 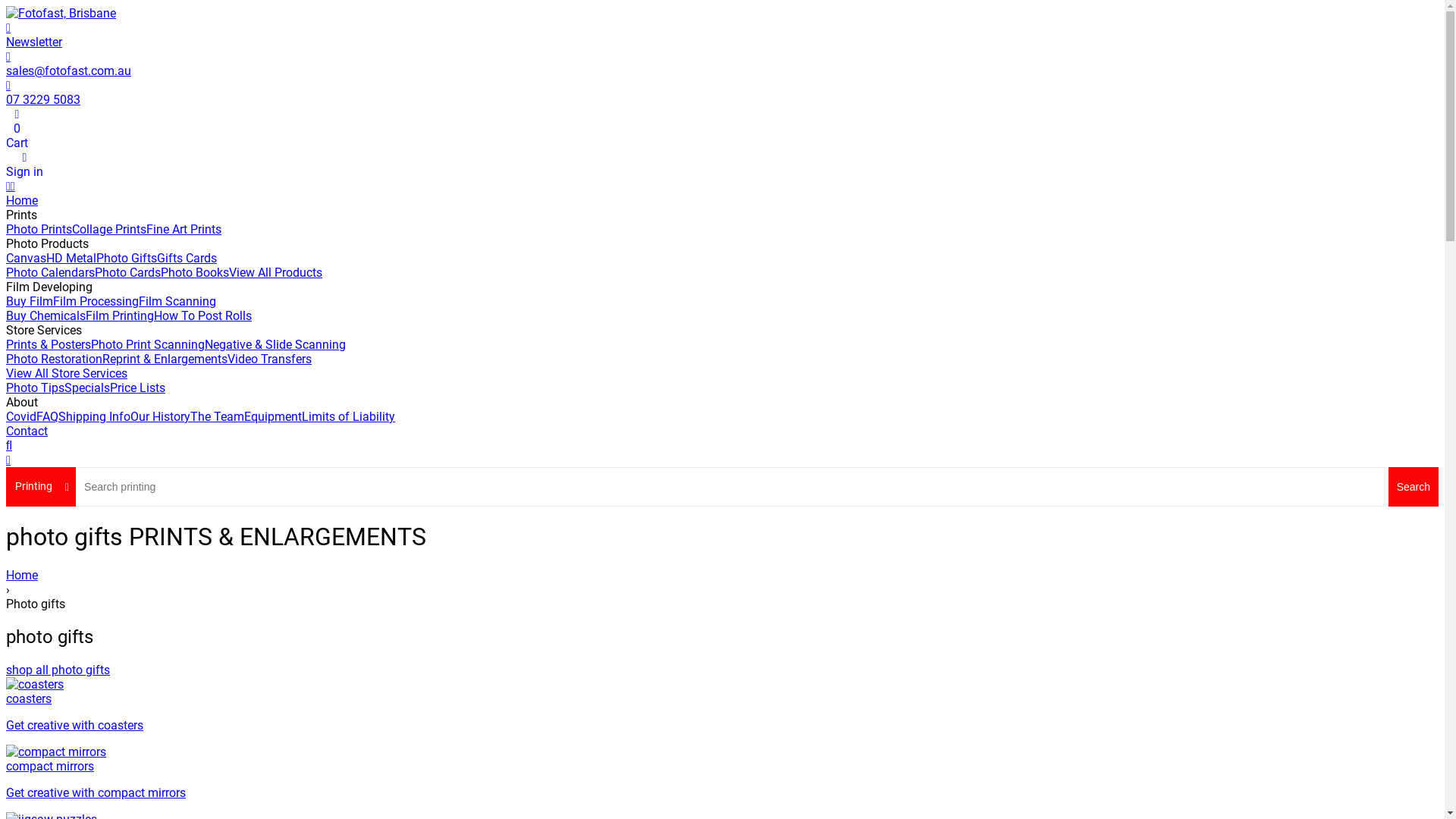 What do you see at coordinates (50, 271) in the screenshot?
I see `'Photo Calendars'` at bounding box center [50, 271].